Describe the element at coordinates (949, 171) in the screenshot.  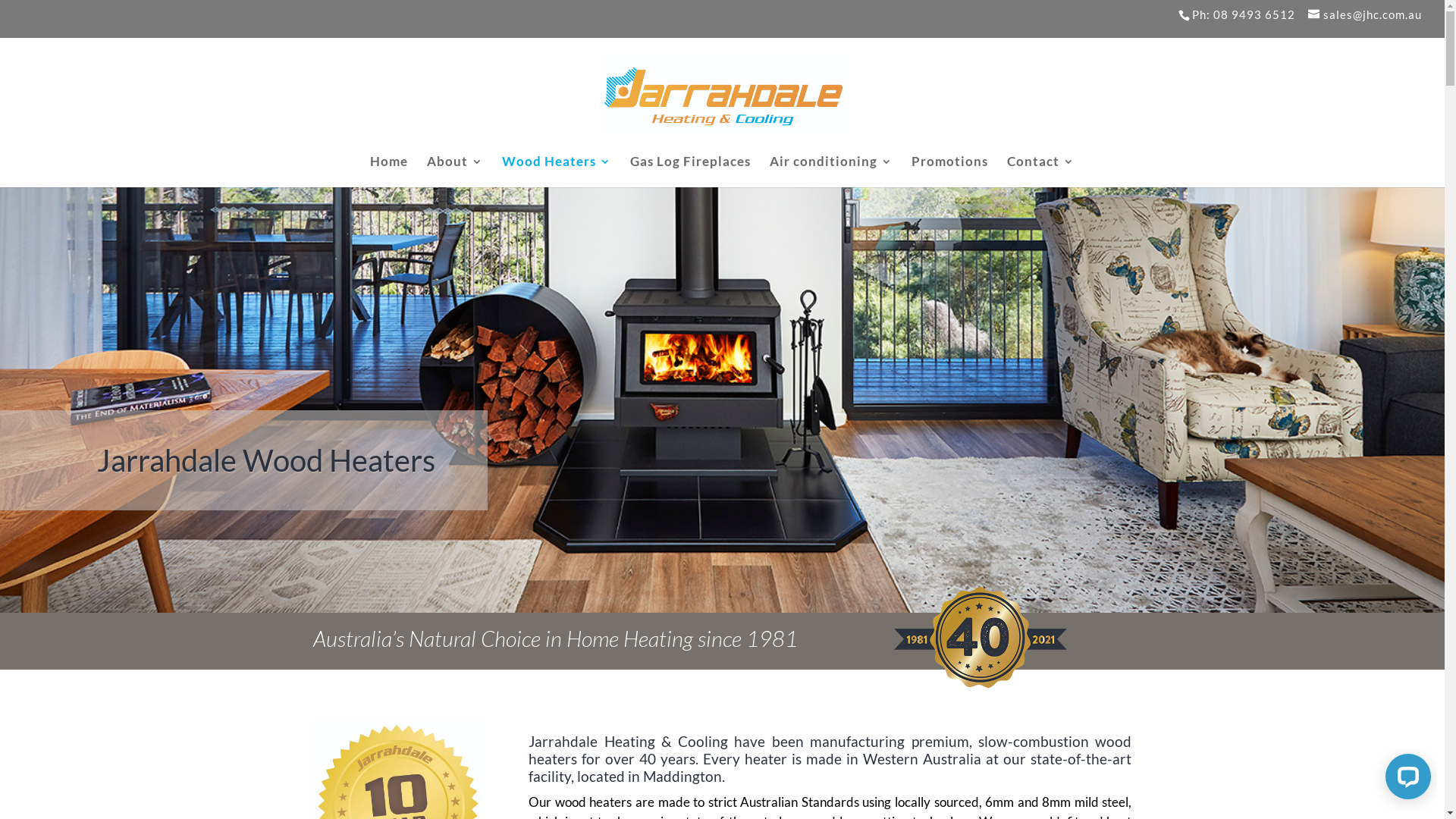
I see `'Promotions'` at that location.